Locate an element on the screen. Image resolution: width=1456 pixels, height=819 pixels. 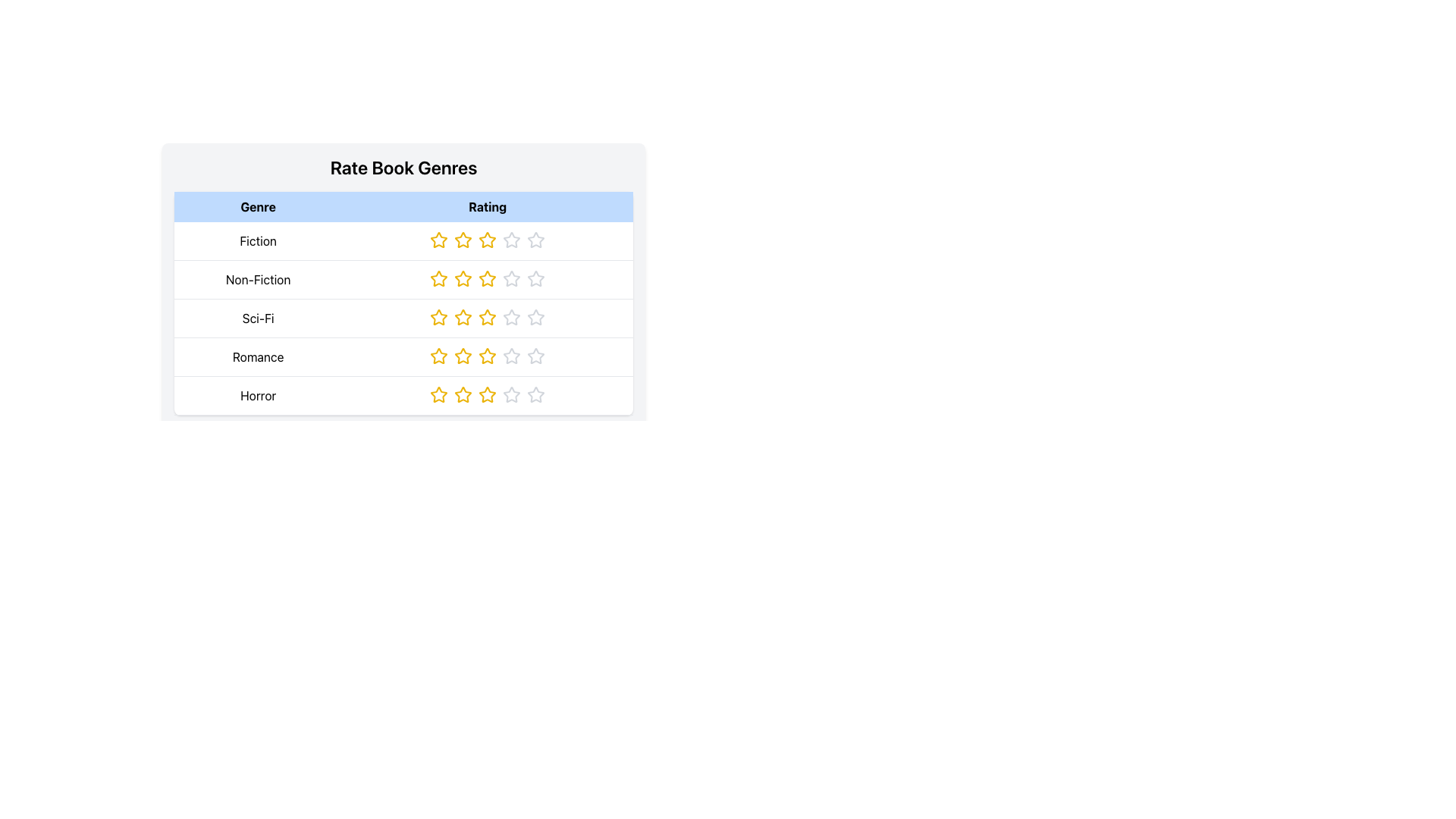
the fourth star button in the rating system to change the rating is located at coordinates (512, 278).